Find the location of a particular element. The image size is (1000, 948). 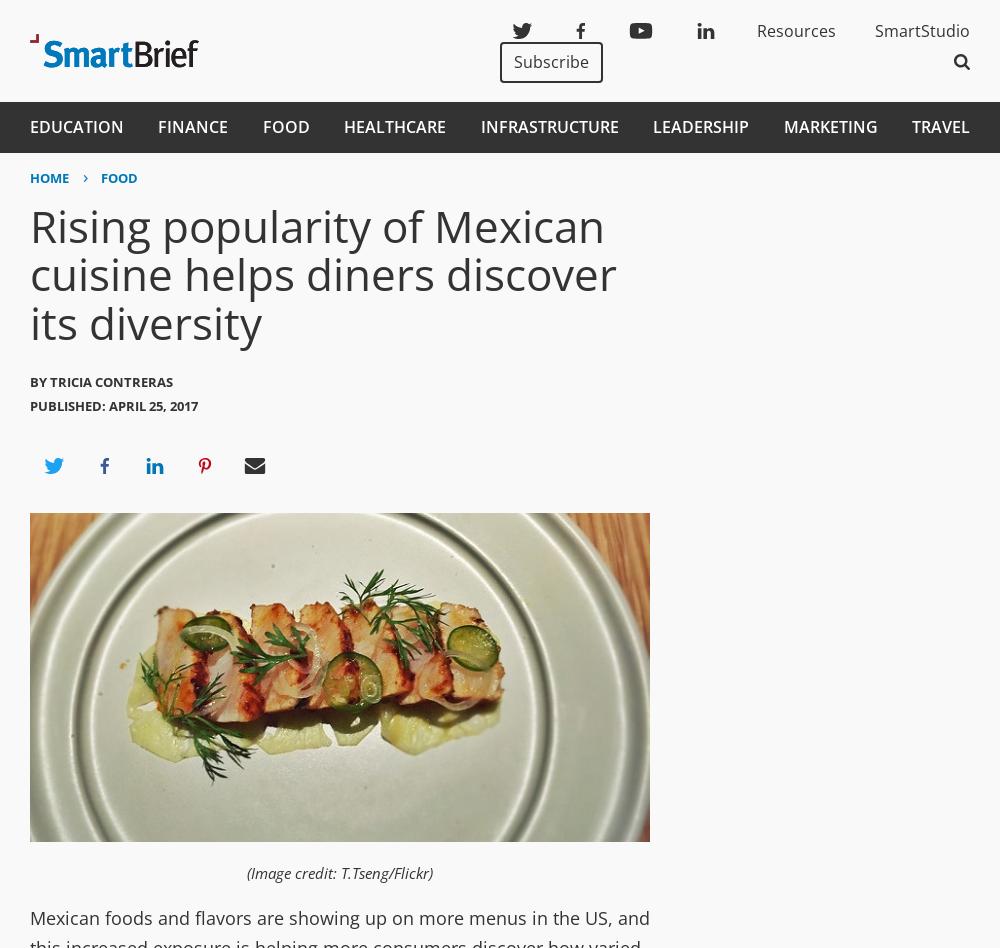

'Subscribe' is located at coordinates (514, 61).